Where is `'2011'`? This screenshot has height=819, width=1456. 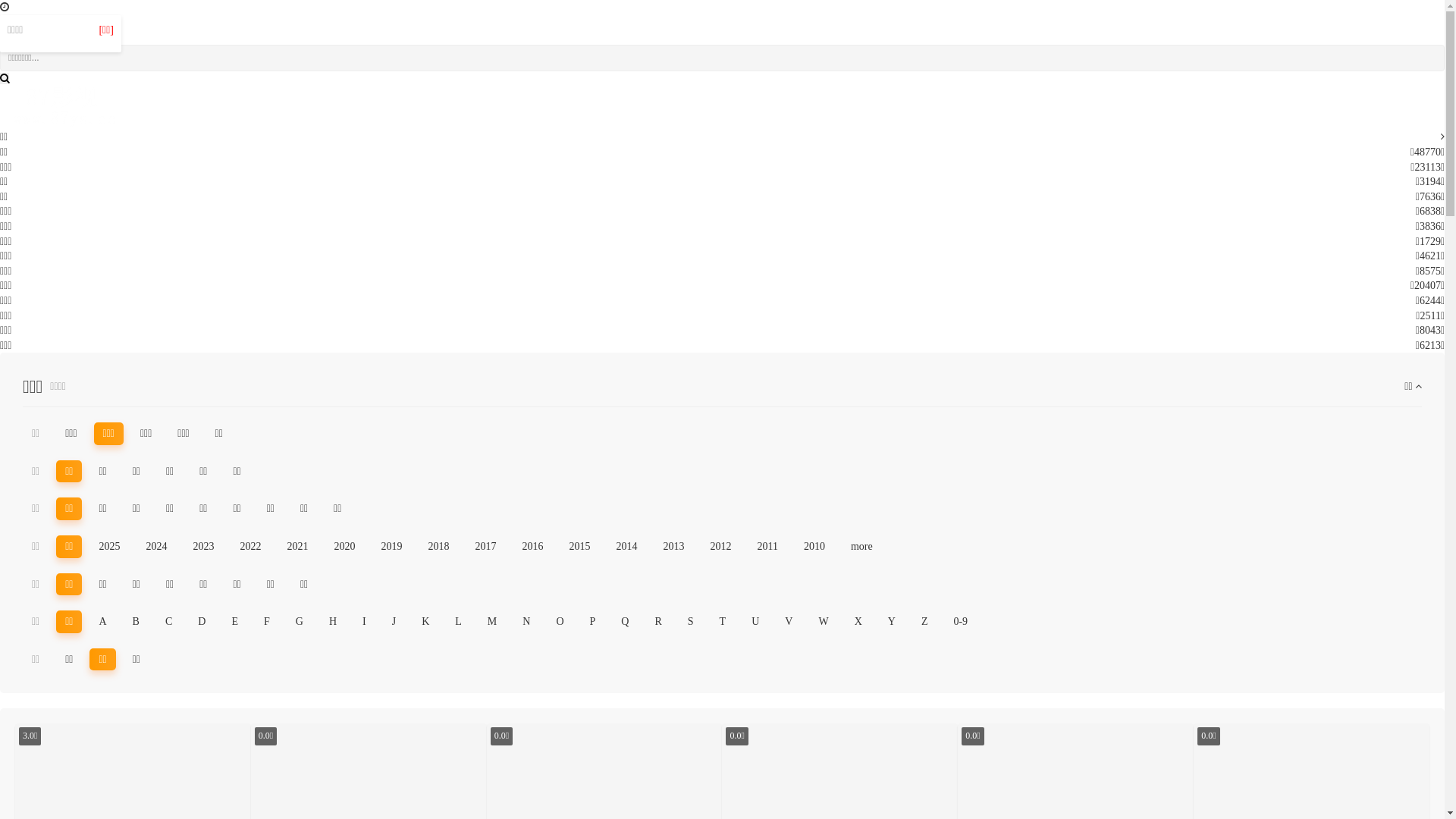
'2011' is located at coordinates (767, 547).